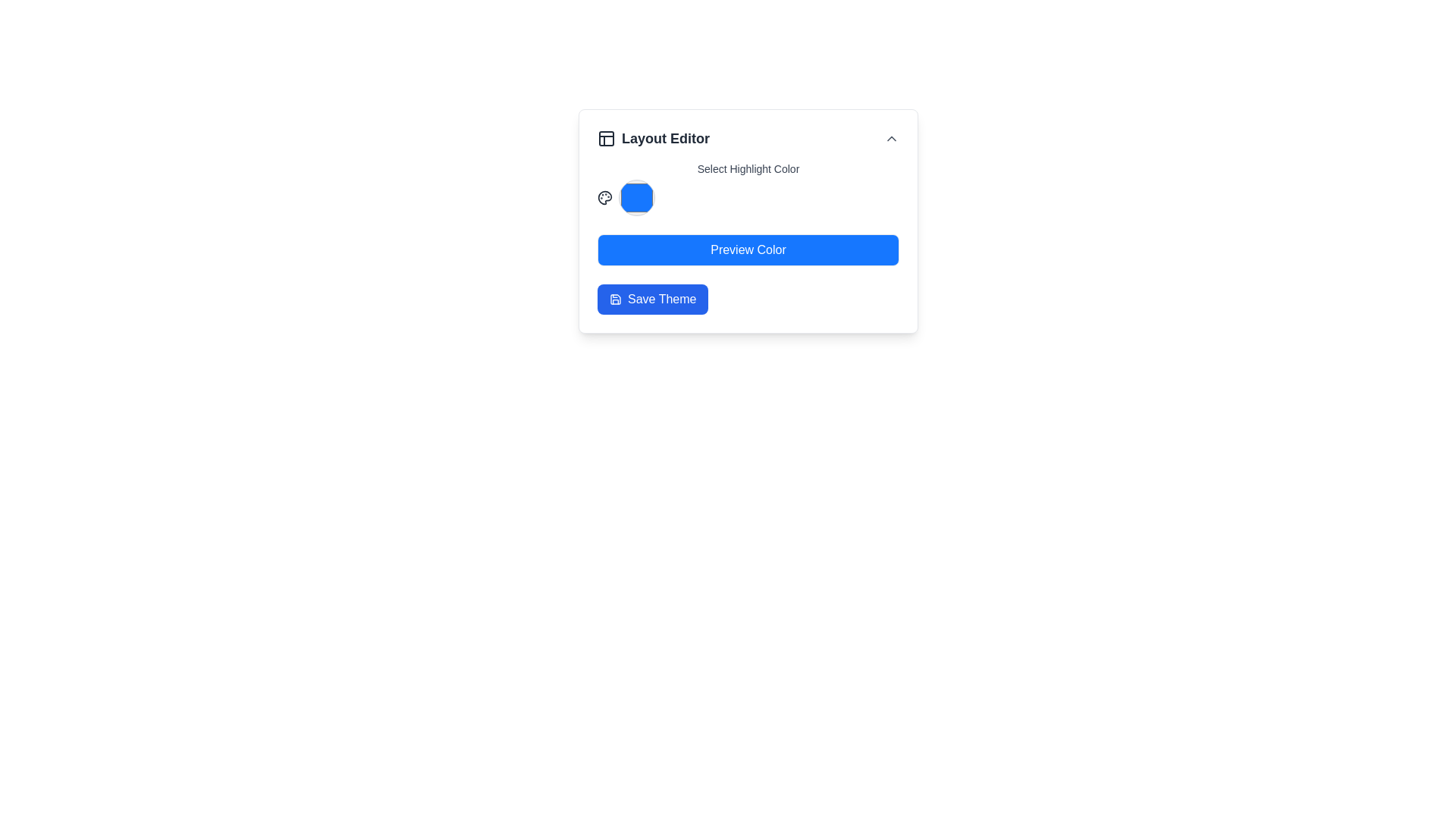  What do you see at coordinates (653, 299) in the screenshot?
I see `the rectangular 'Save Theme' button with rounded corners, featuring a blue background and white text` at bounding box center [653, 299].